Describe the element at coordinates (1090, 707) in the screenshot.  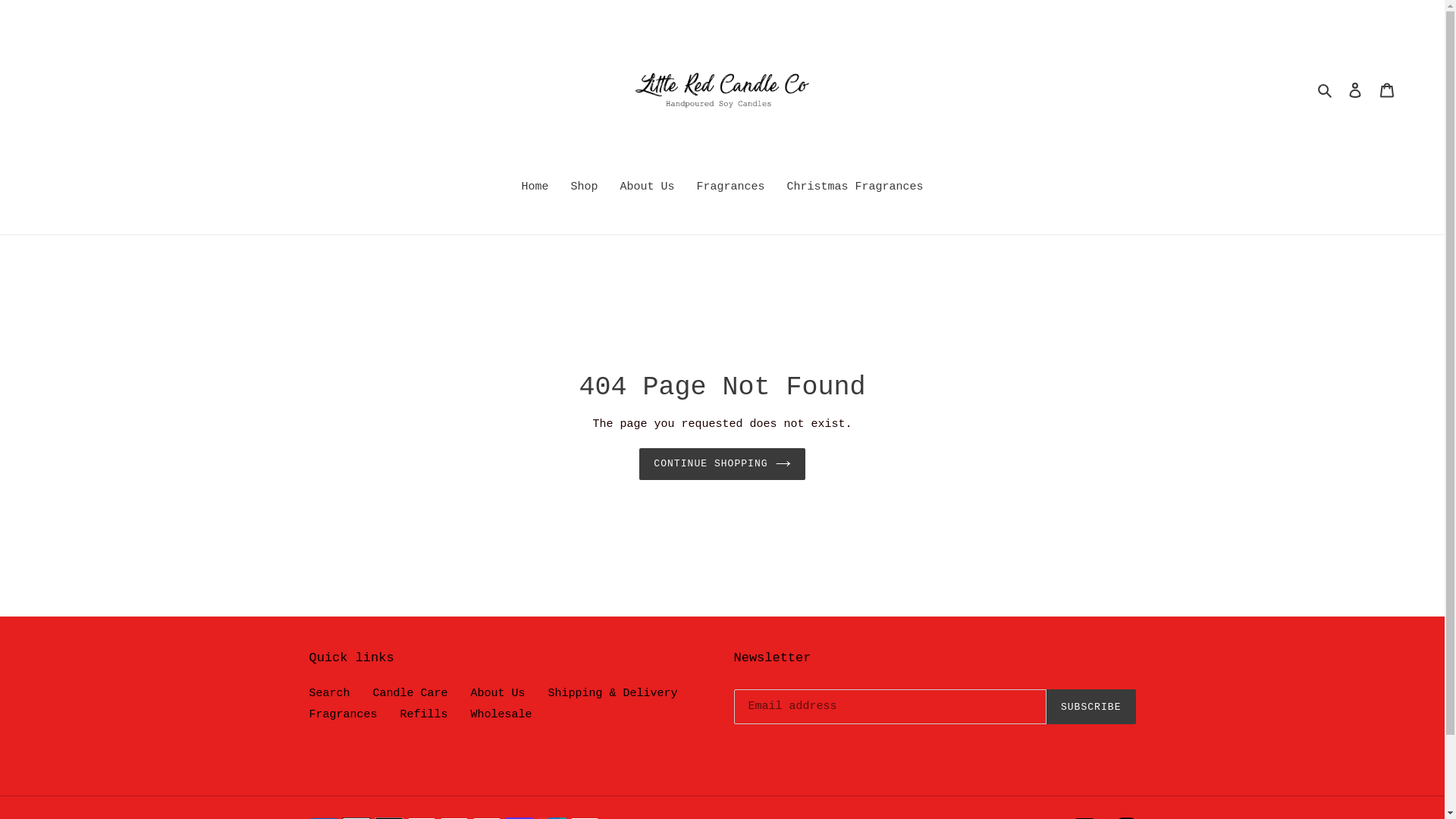
I see `'SUBSCRIBE'` at that location.